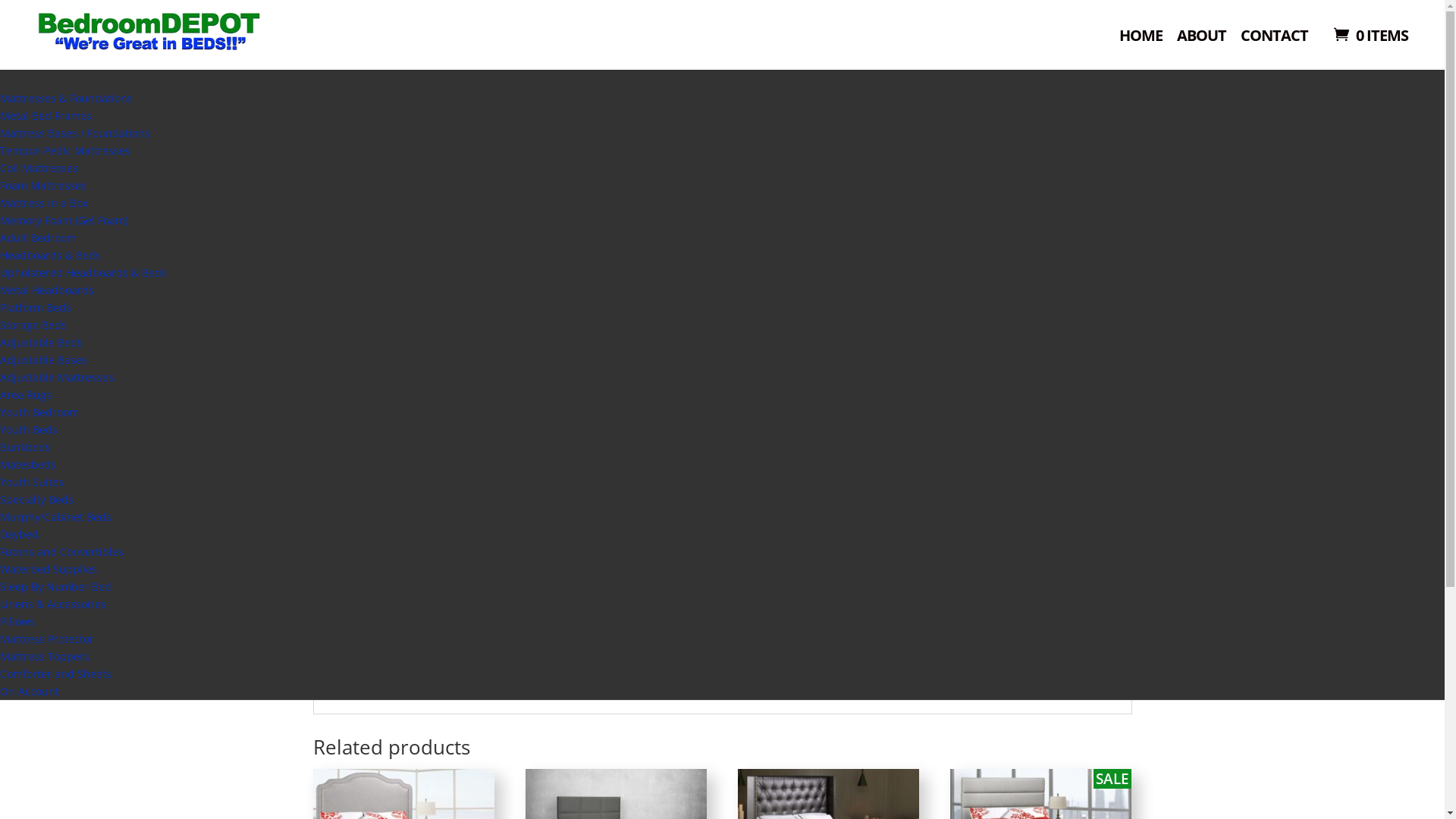 Image resolution: width=1456 pixels, height=819 pixels. I want to click on 'Home', so click(325, 143).